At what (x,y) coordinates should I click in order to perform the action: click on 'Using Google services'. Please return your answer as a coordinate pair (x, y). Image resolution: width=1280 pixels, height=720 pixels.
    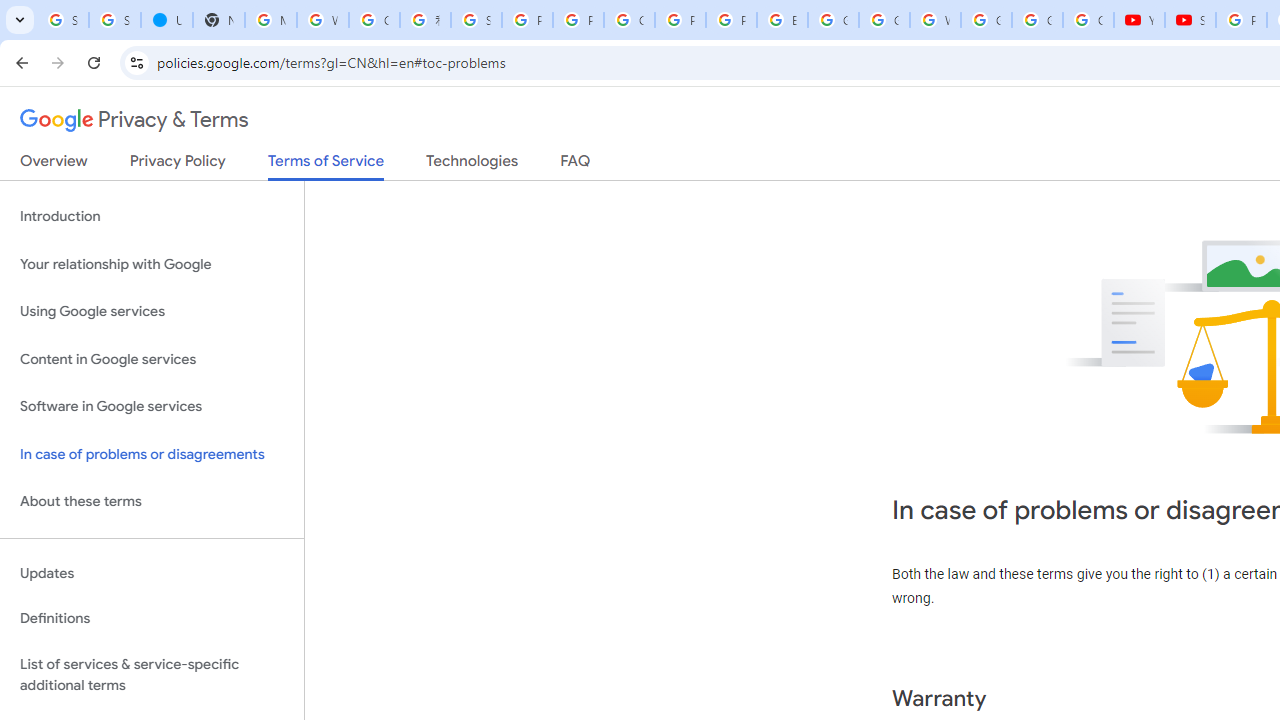
    Looking at the image, I should click on (151, 312).